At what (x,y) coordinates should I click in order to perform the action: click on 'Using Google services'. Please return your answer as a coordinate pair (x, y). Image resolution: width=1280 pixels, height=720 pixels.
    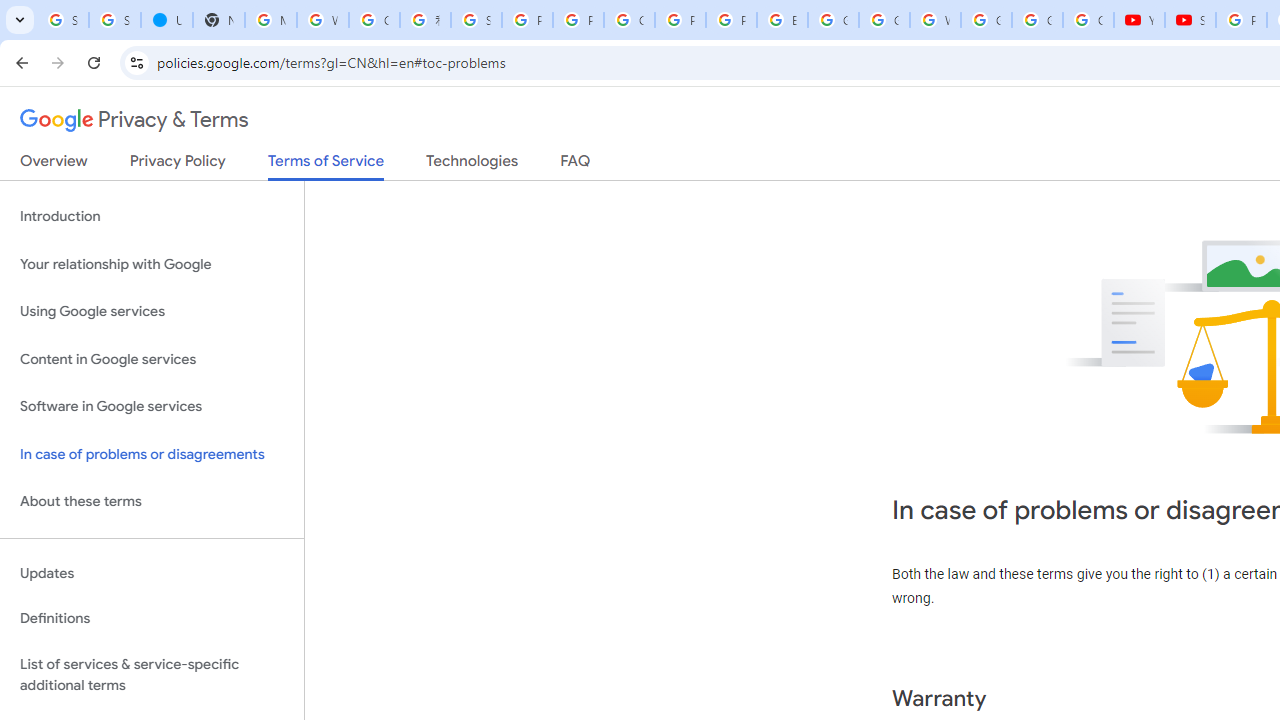
    Looking at the image, I should click on (151, 312).